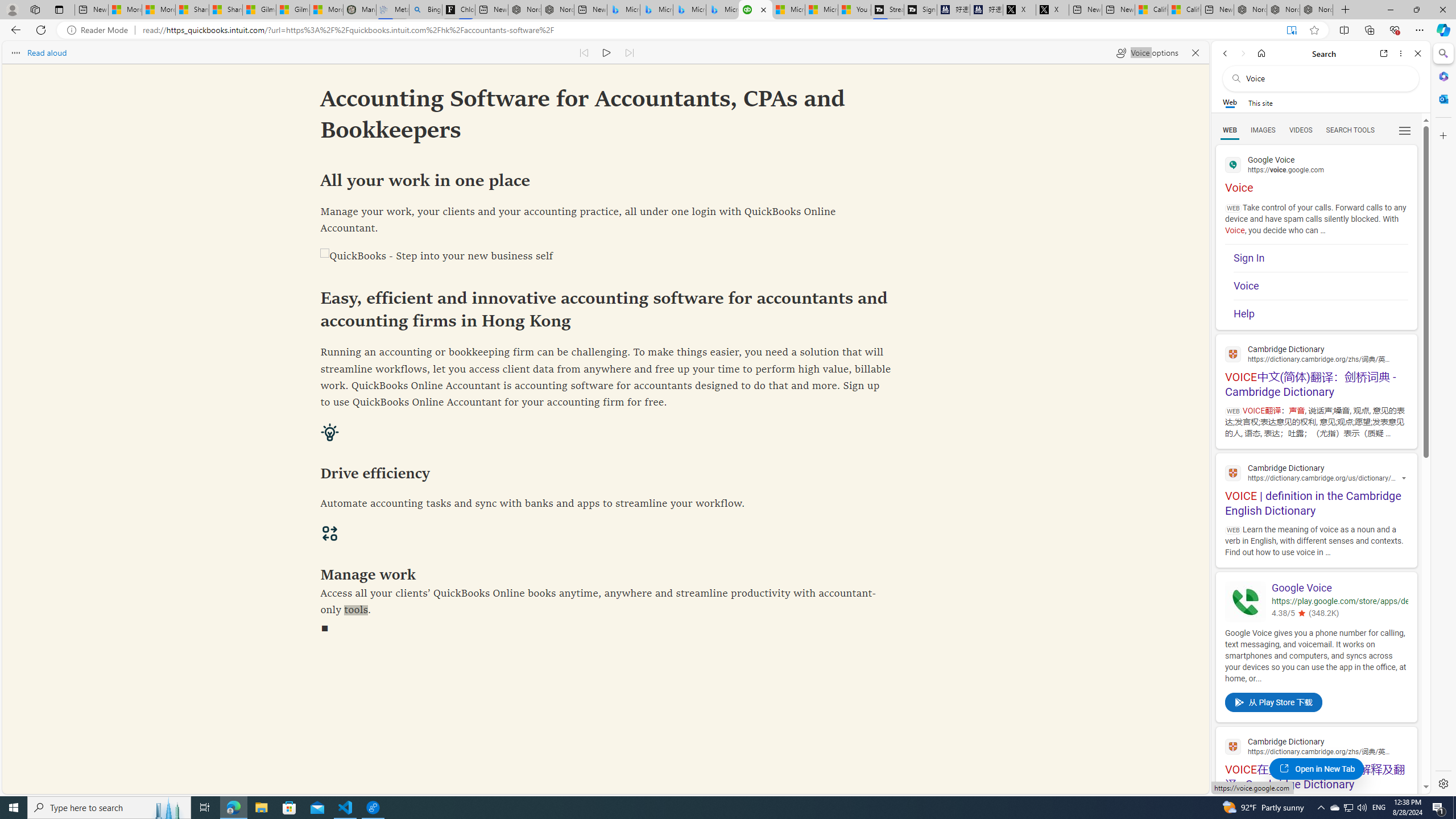  Describe the element at coordinates (1146, 52) in the screenshot. I see `'Voice options'` at that location.